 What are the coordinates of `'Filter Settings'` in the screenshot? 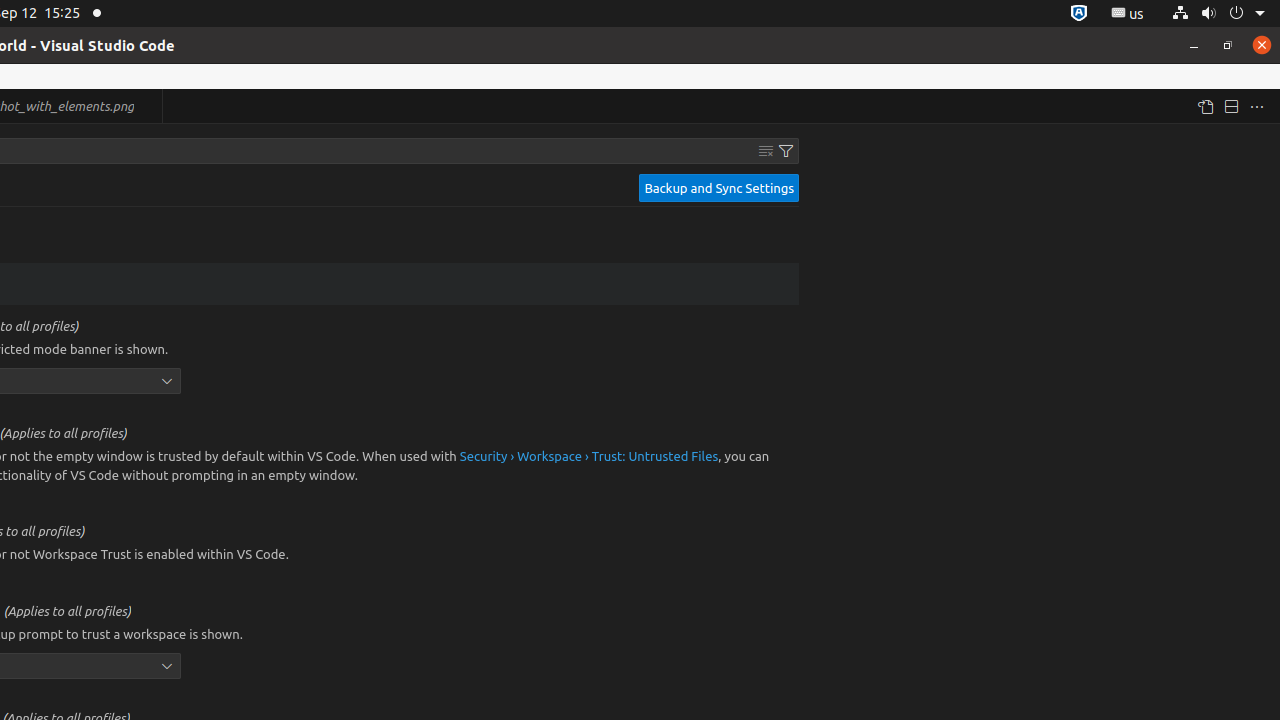 It's located at (785, 149).